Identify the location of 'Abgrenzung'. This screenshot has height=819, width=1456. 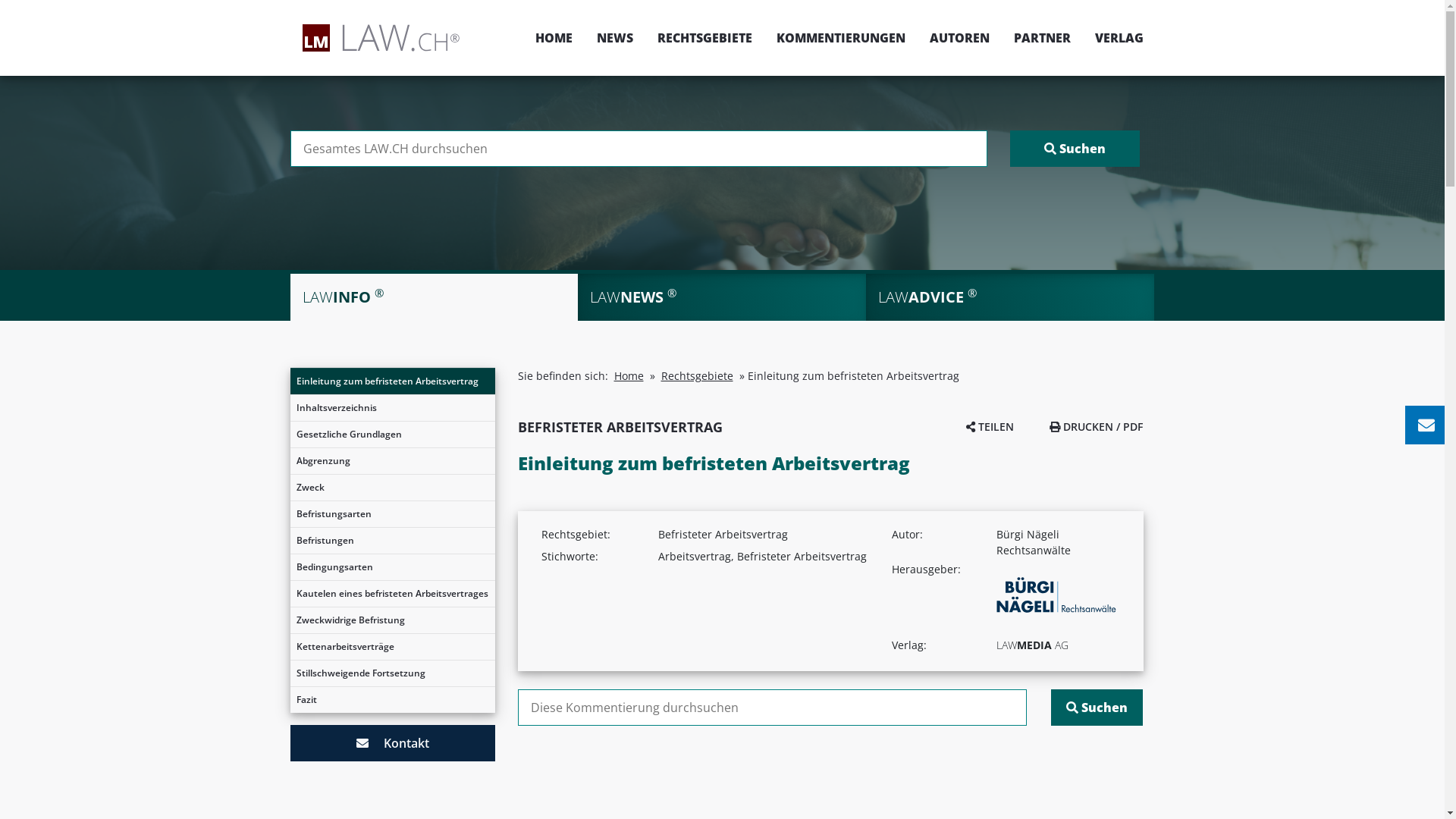
(290, 460).